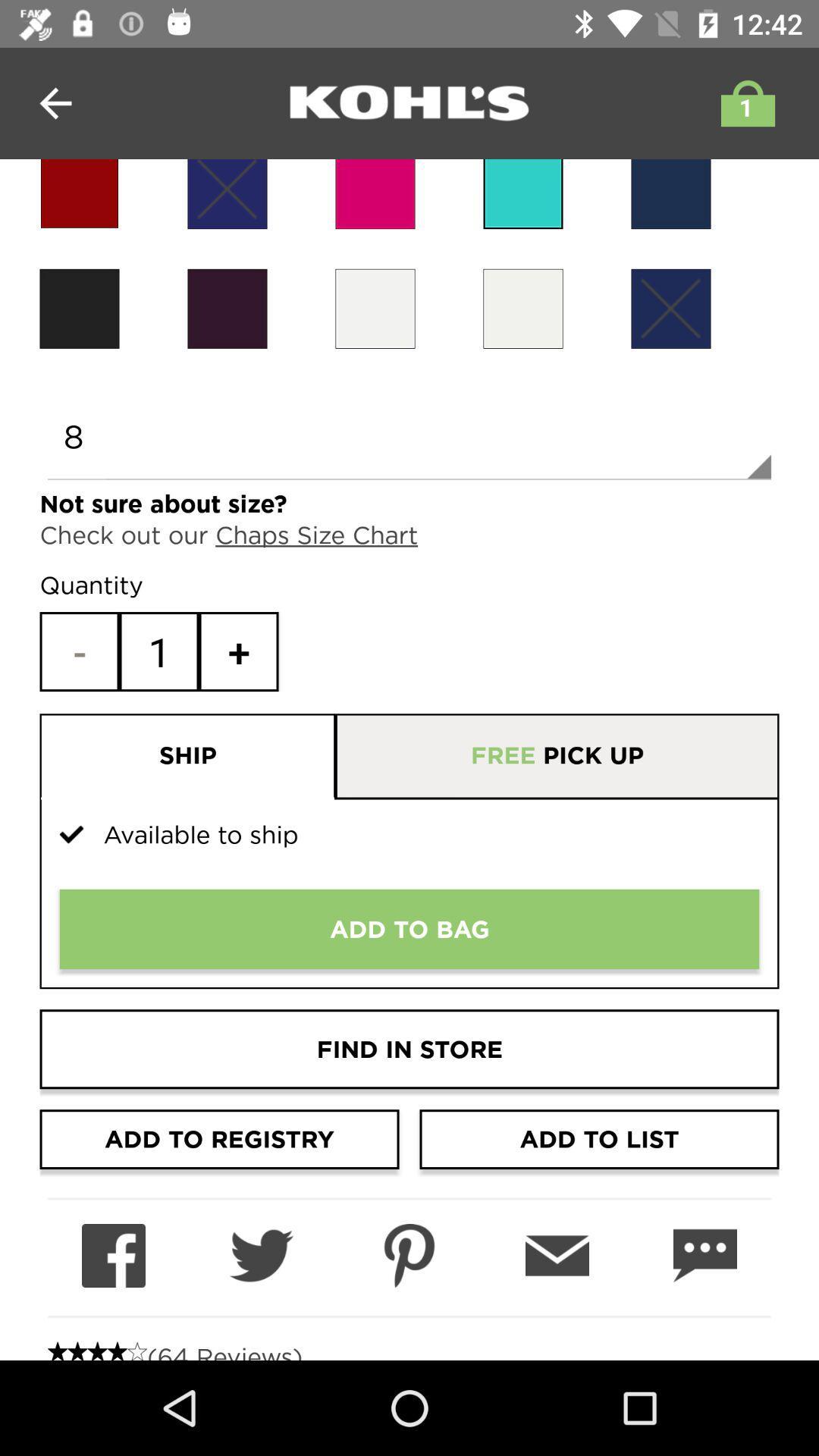 The width and height of the screenshot is (819, 1456). I want to click on see colour blue, so click(522, 193).